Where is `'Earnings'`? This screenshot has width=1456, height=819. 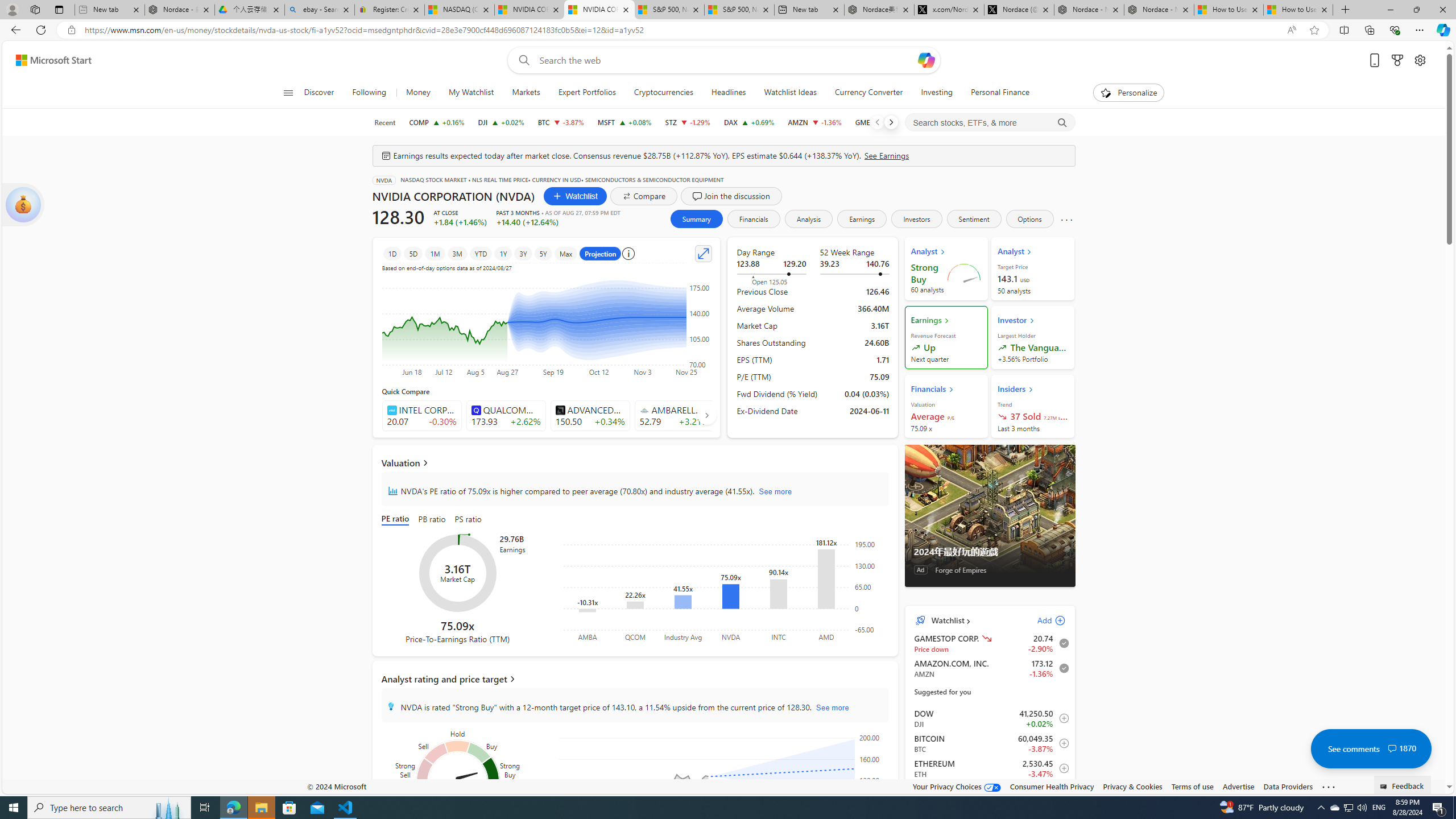 'Earnings' is located at coordinates (862, 218).